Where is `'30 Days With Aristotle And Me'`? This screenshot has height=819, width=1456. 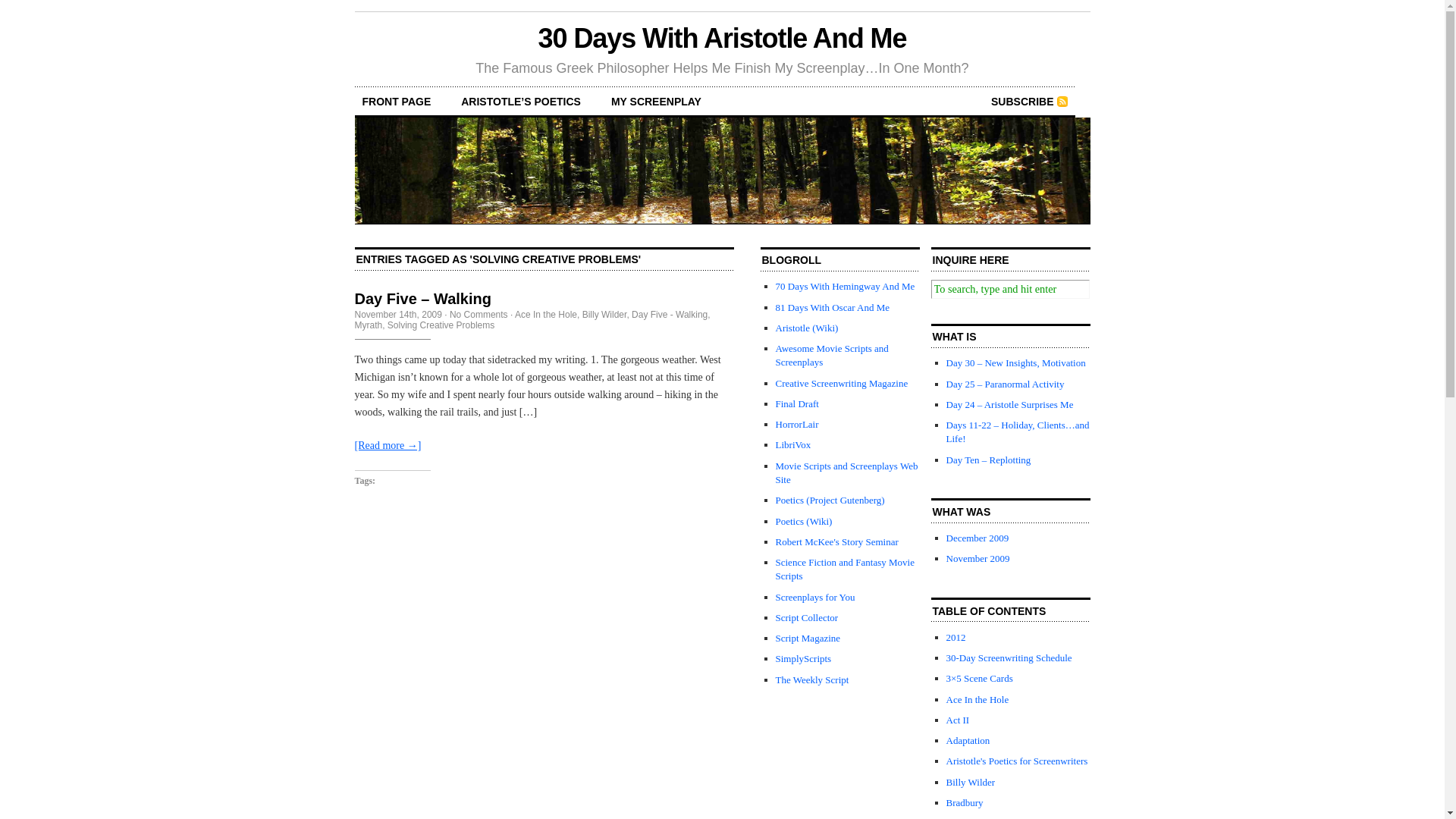 '30 Days With Aristotle And Me' is located at coordinates (722, 37).